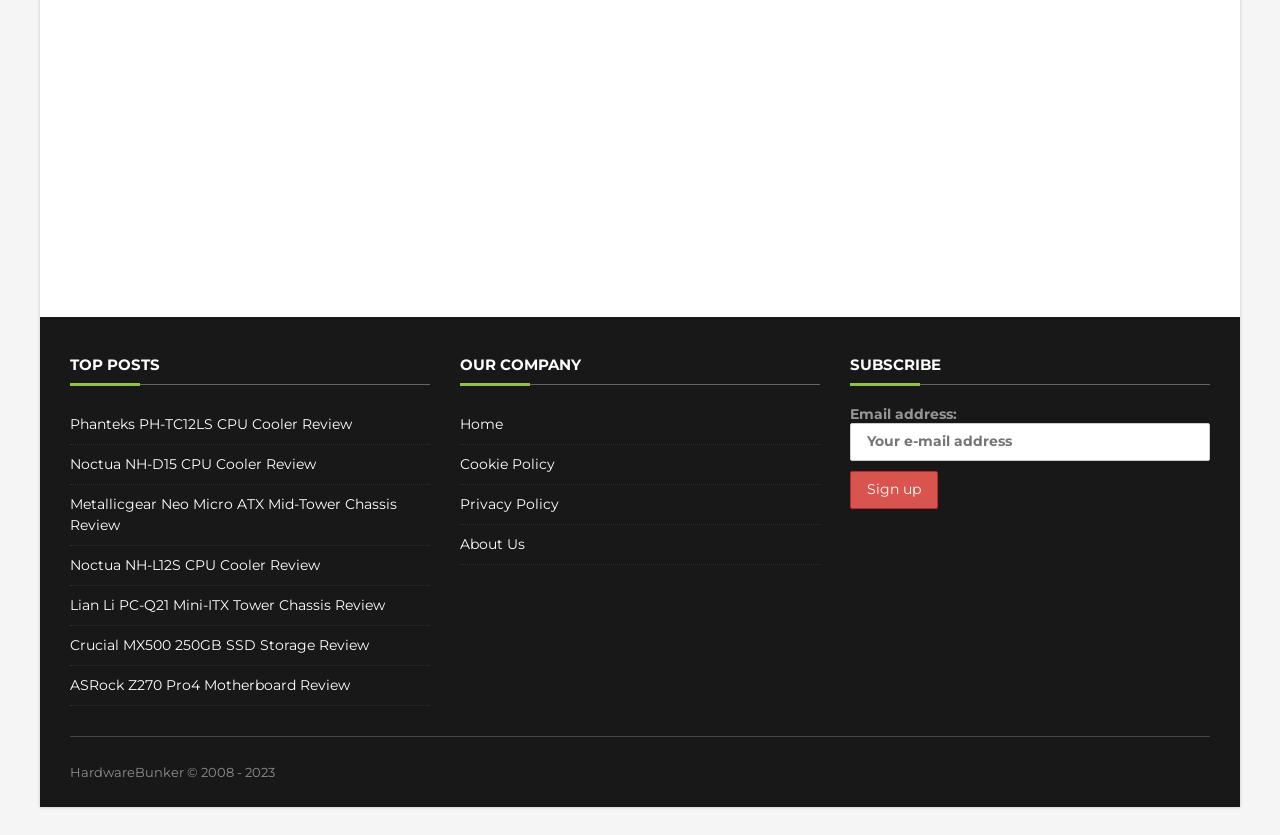 Image resolution: width=1280 pixels, height=835 pixels. Describe the element at coordinates (70, 771) in the screenshot. I see `'HardwareBunker © 2008 - 2023'` at that location.